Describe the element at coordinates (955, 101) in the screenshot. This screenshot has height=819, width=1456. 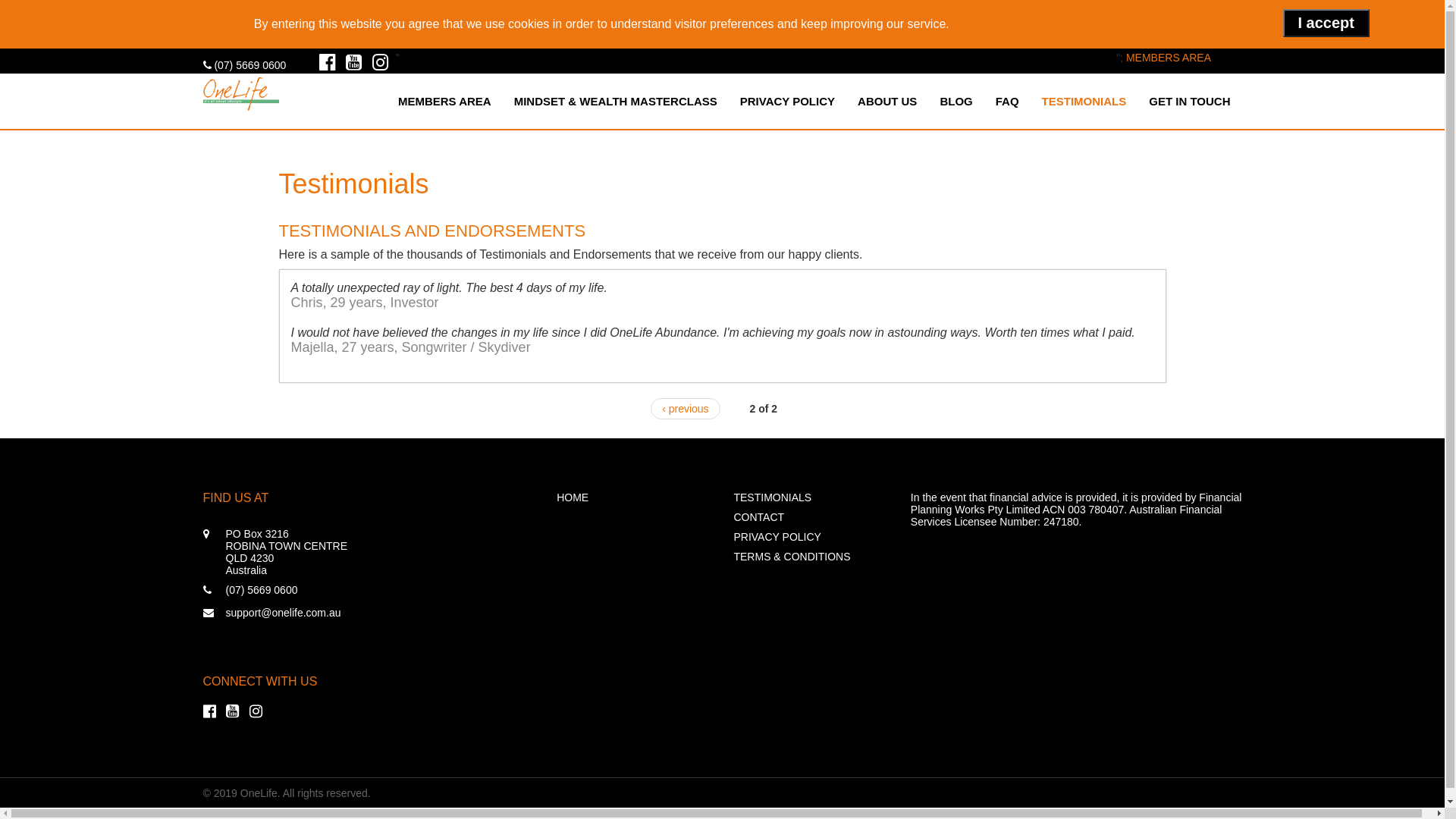
I see `'BLOG'` at that location.